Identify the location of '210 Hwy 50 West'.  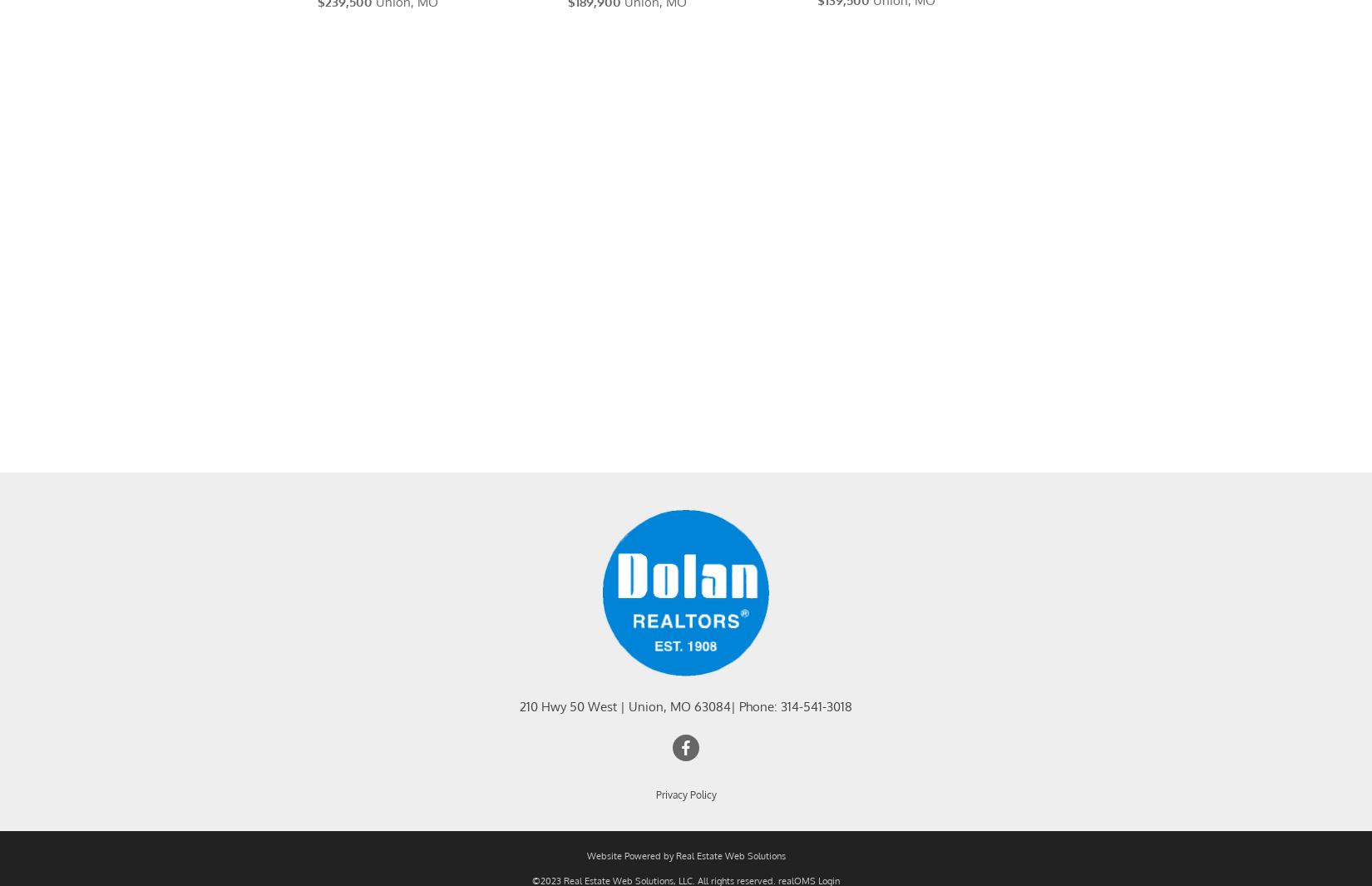
(519, 727).